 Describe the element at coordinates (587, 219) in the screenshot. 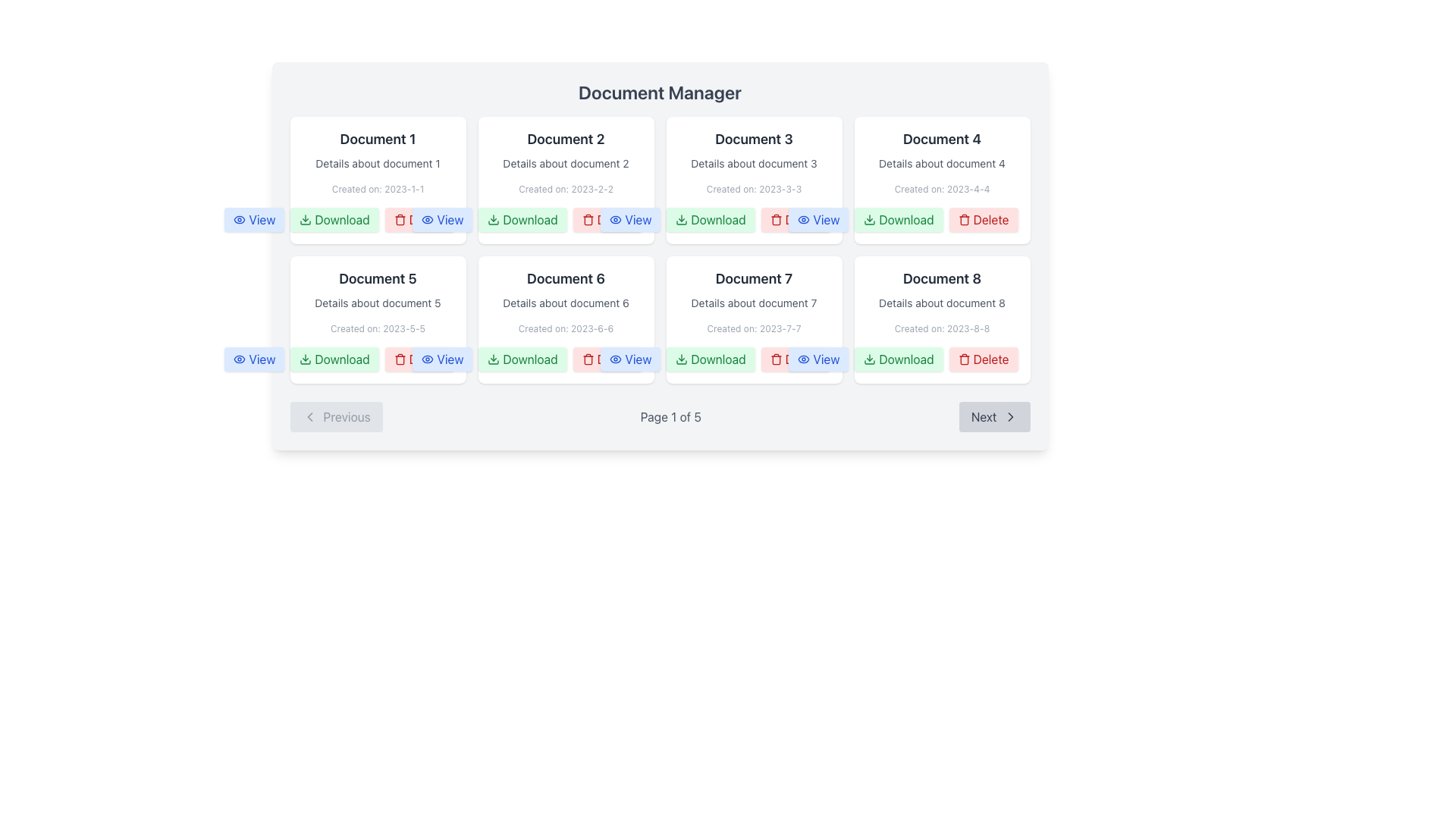

I see `the trash can icon within the 'Delete' button in the 'Document 4' card` at that location.